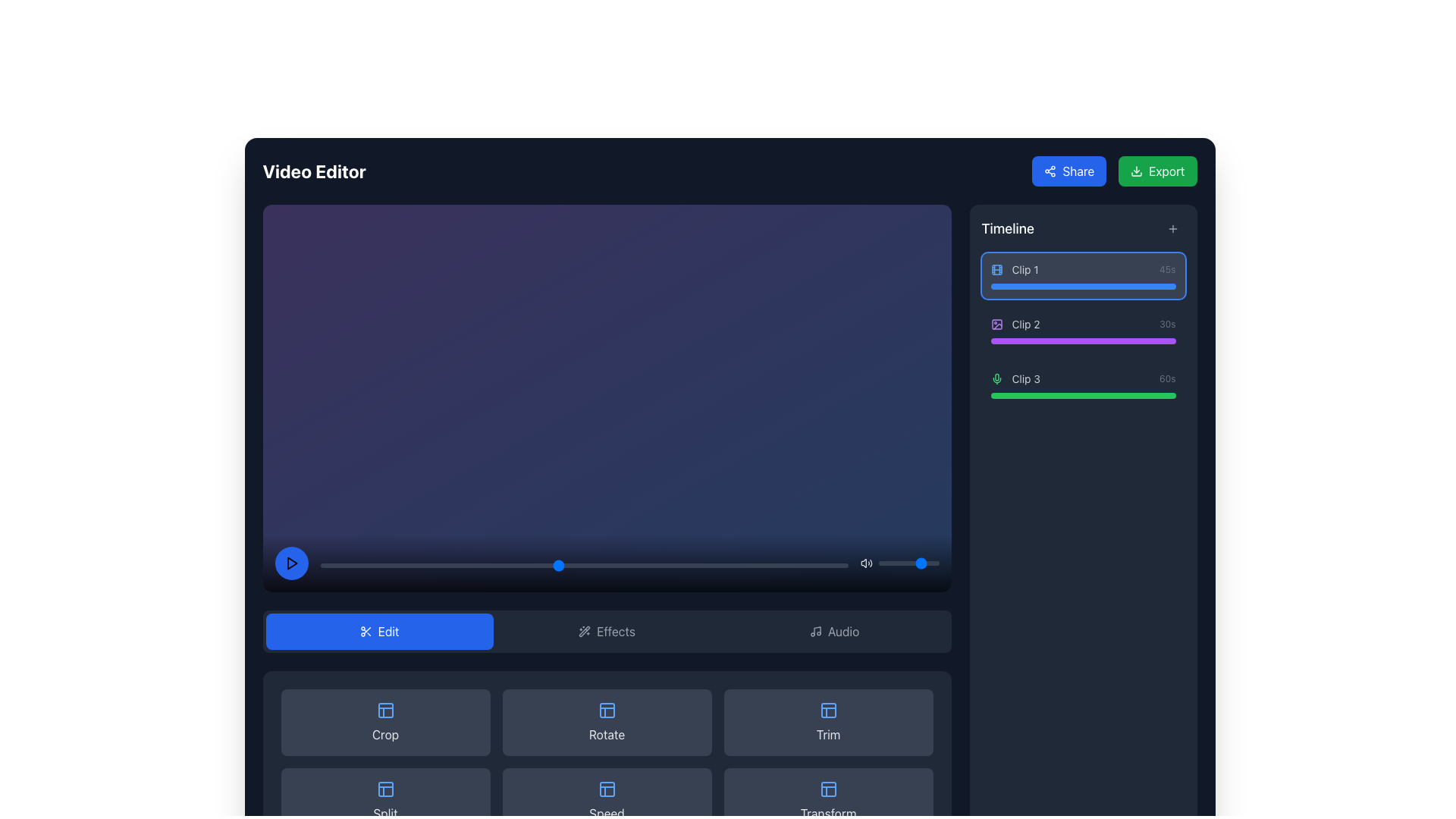 The height and width of the screenshot is (819, 1456). What do you see at coordinates (1068, 171) in the screenshot?
I see `the rectangular blue 'Share' button with white text and a share icon located at the top right of the interface` at bounding box center [1068, 171].